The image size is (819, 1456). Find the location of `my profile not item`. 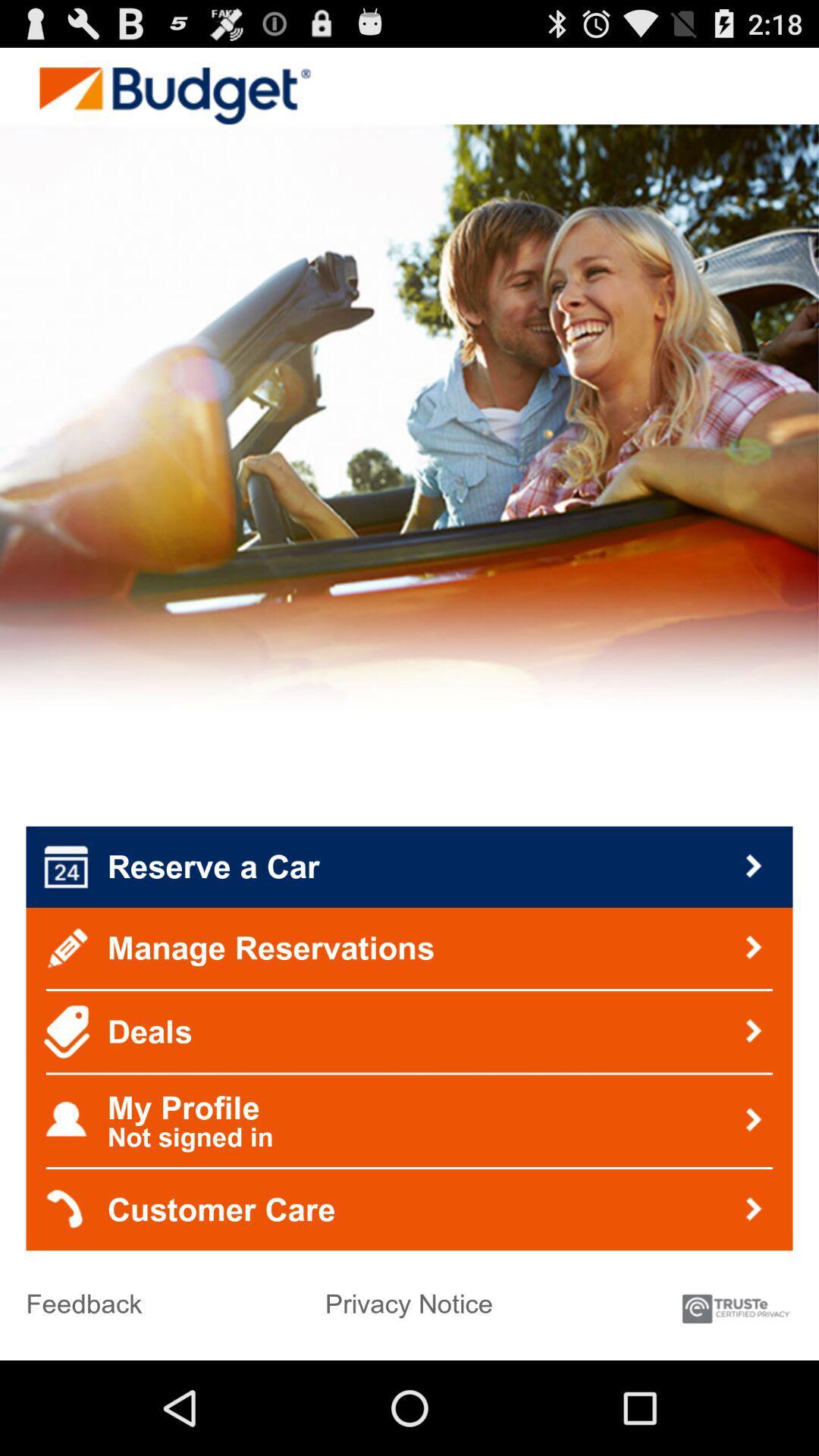

my profile not item is located at coordinates (409, 1121).